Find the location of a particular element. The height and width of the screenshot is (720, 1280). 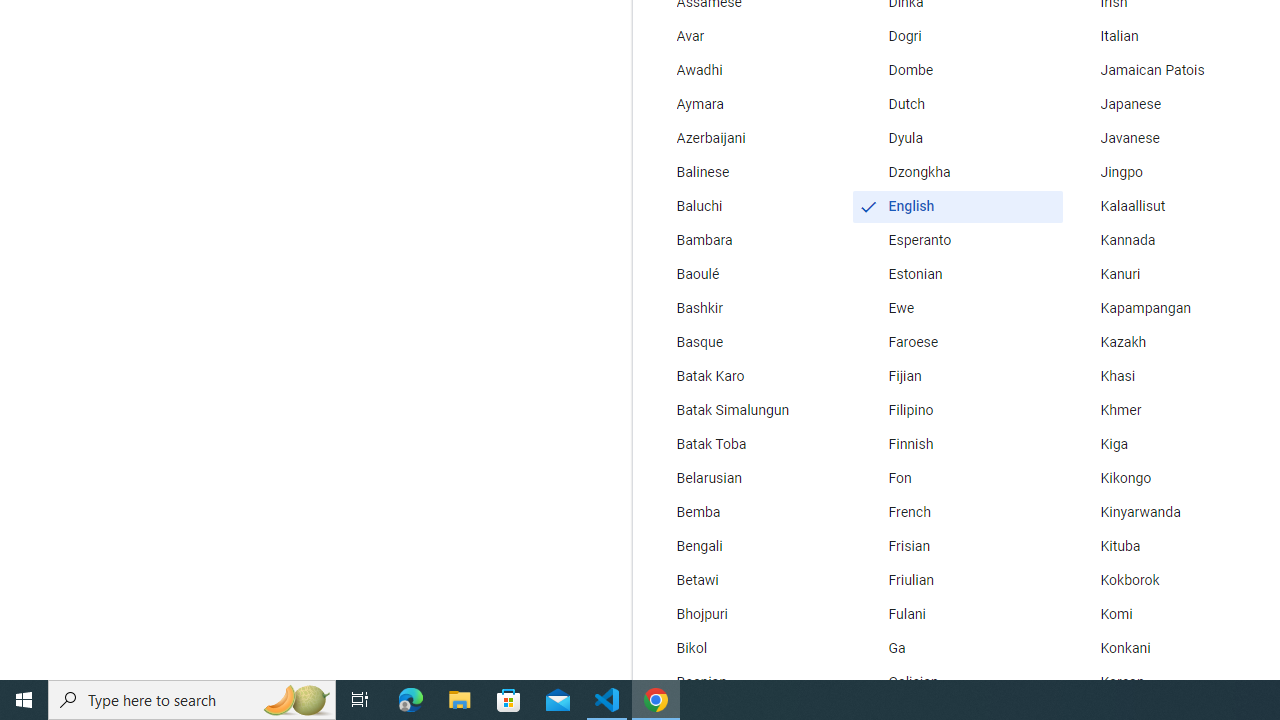

'Belarusian' is located at coordinates (744, 479).